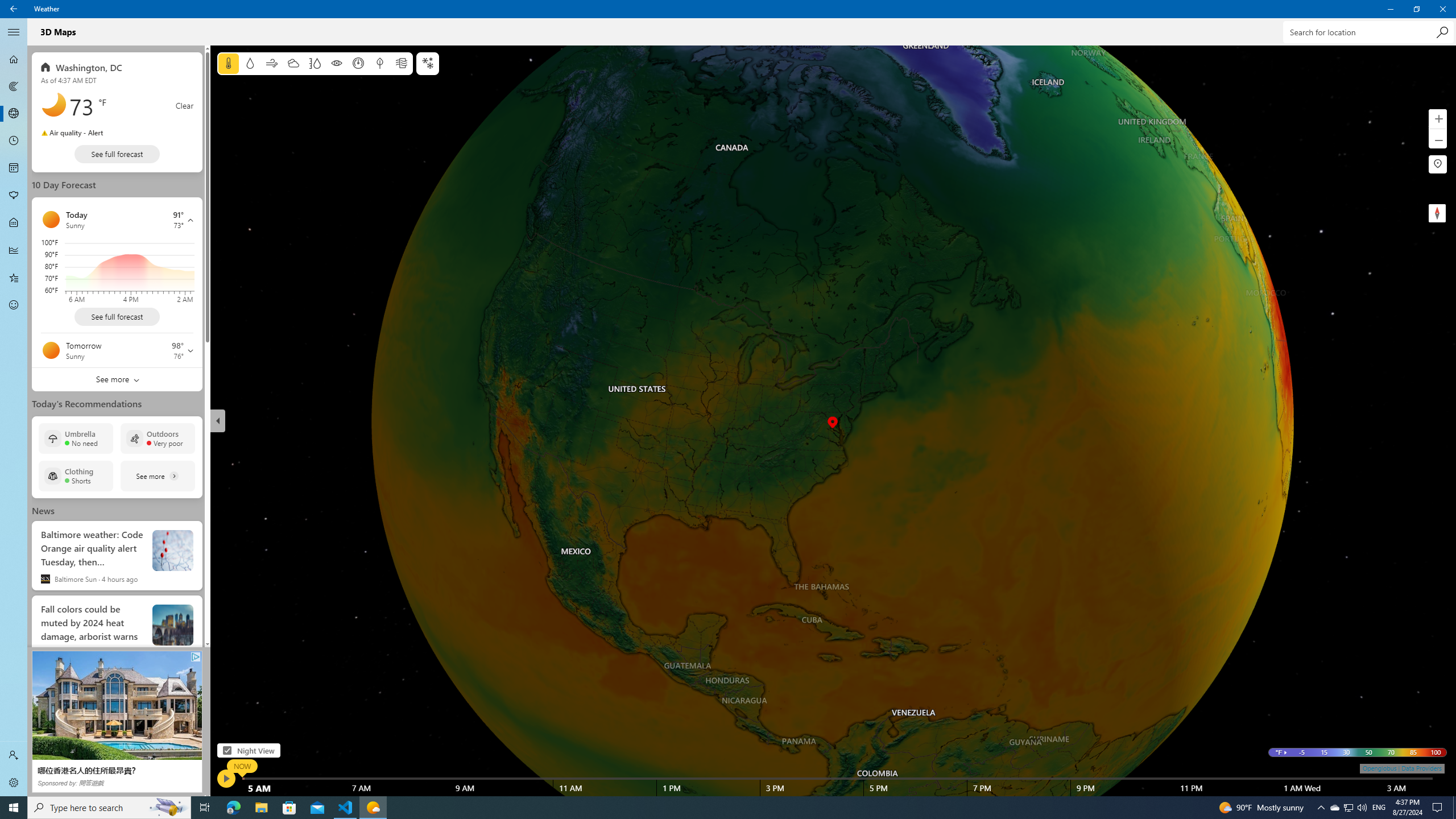  I want to click on 'Maps - Not Selected', so click(14, 85).